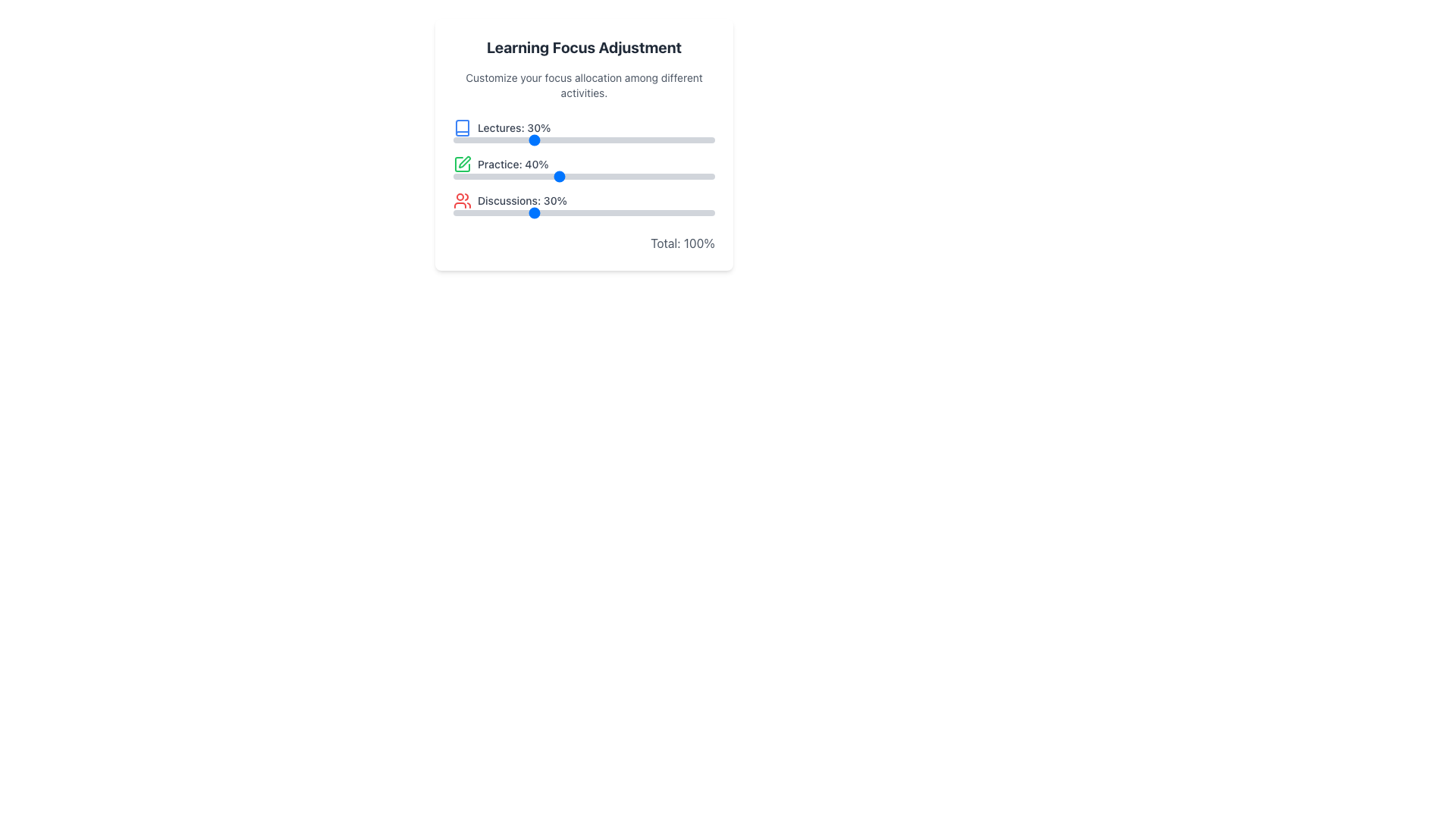 The width and height of the screenshot is (1456, 819). What do you see at coordinates (691, 175) in the screenshot?
I see `the 'Practice' slider` at bounding box center [691, 175].